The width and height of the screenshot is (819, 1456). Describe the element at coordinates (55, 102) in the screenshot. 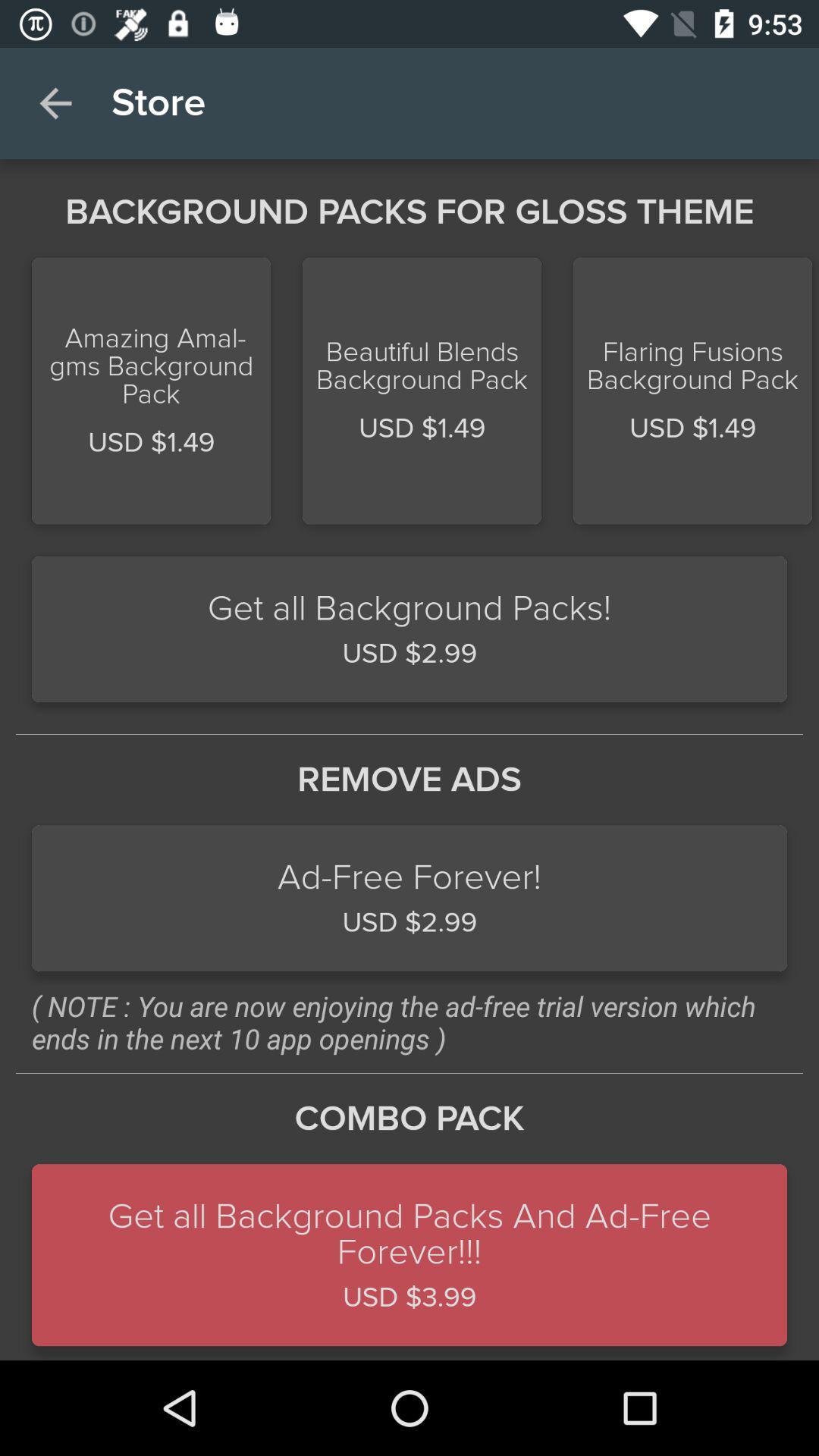

I see `the icon above background packs for` at that location.